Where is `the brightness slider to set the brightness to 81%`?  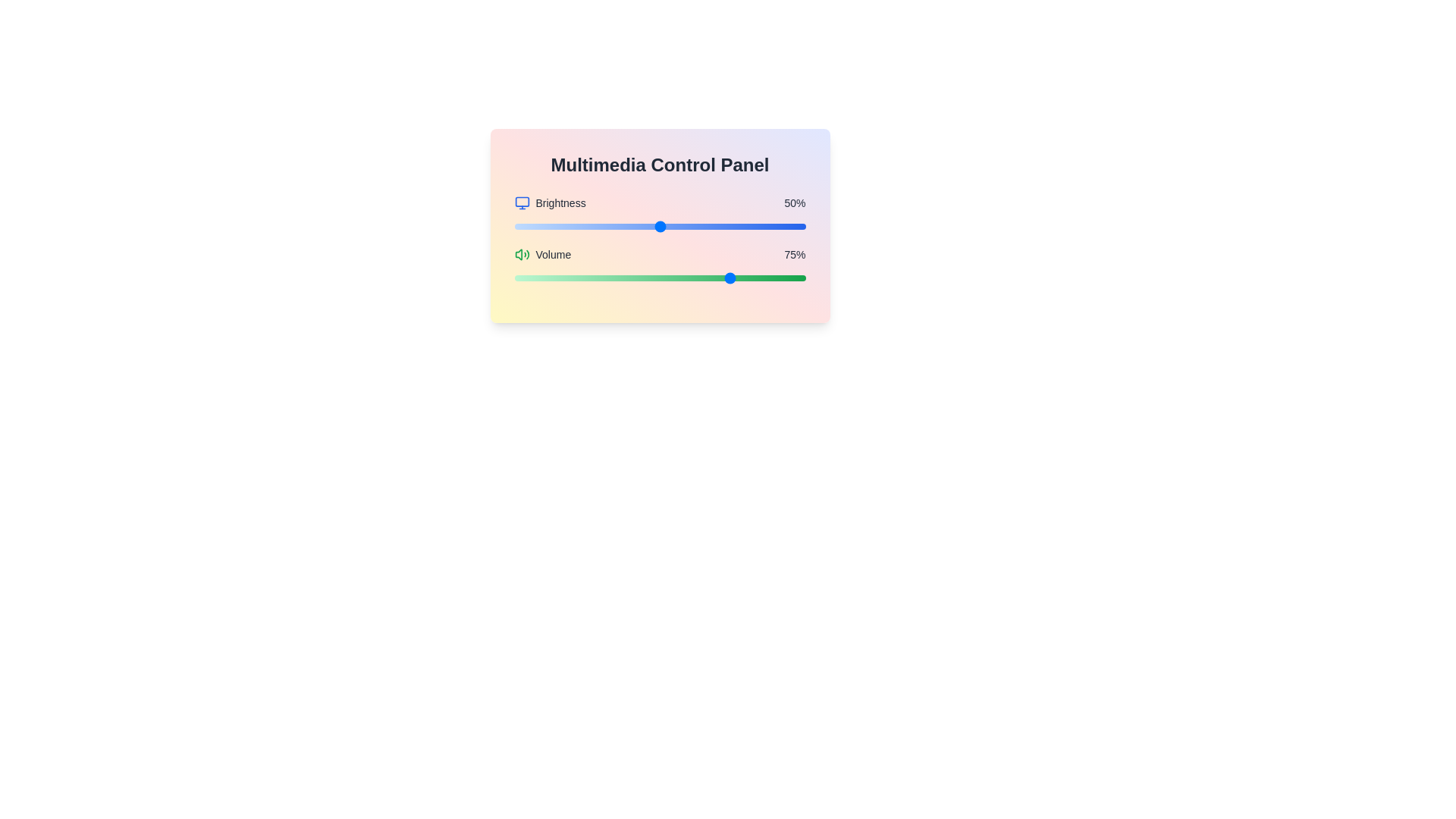 the brightness slider to set the brightness to 81% is located at coordinates (750, 227).